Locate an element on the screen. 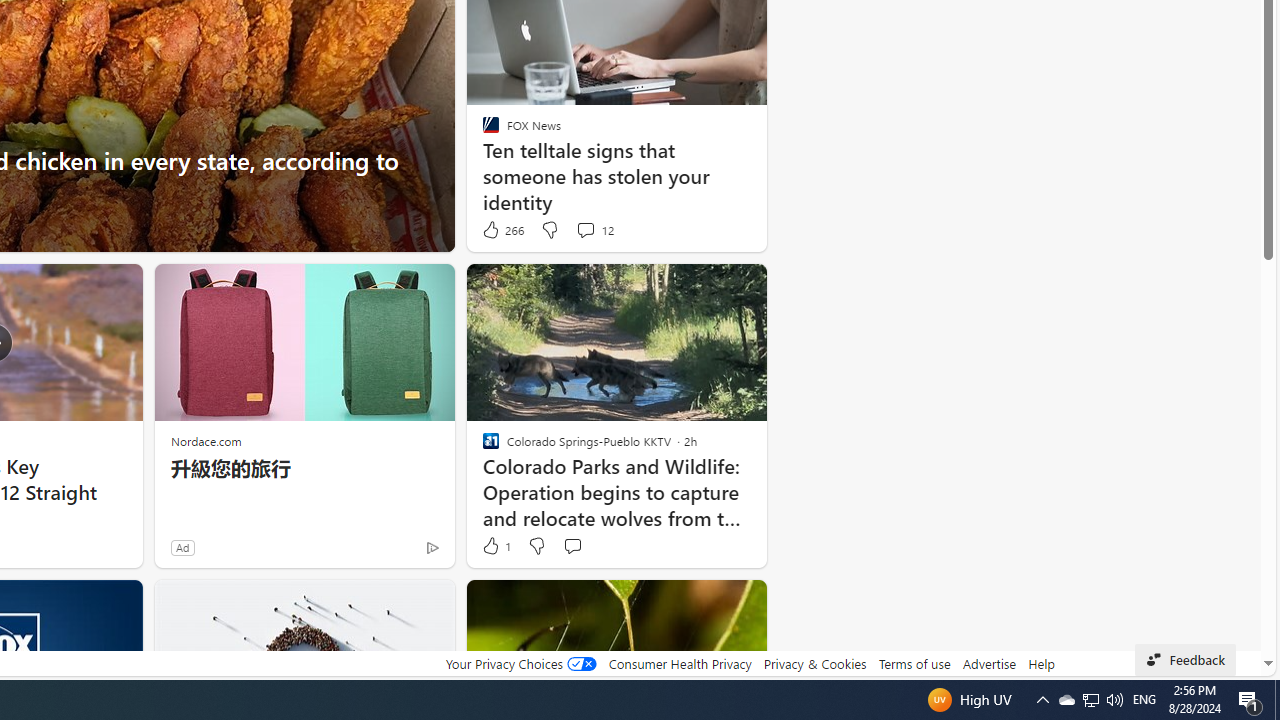 The width and height of the screenshot is (1280, 720). 'Your Privacy Choices' is located at coordinates (520, 663).